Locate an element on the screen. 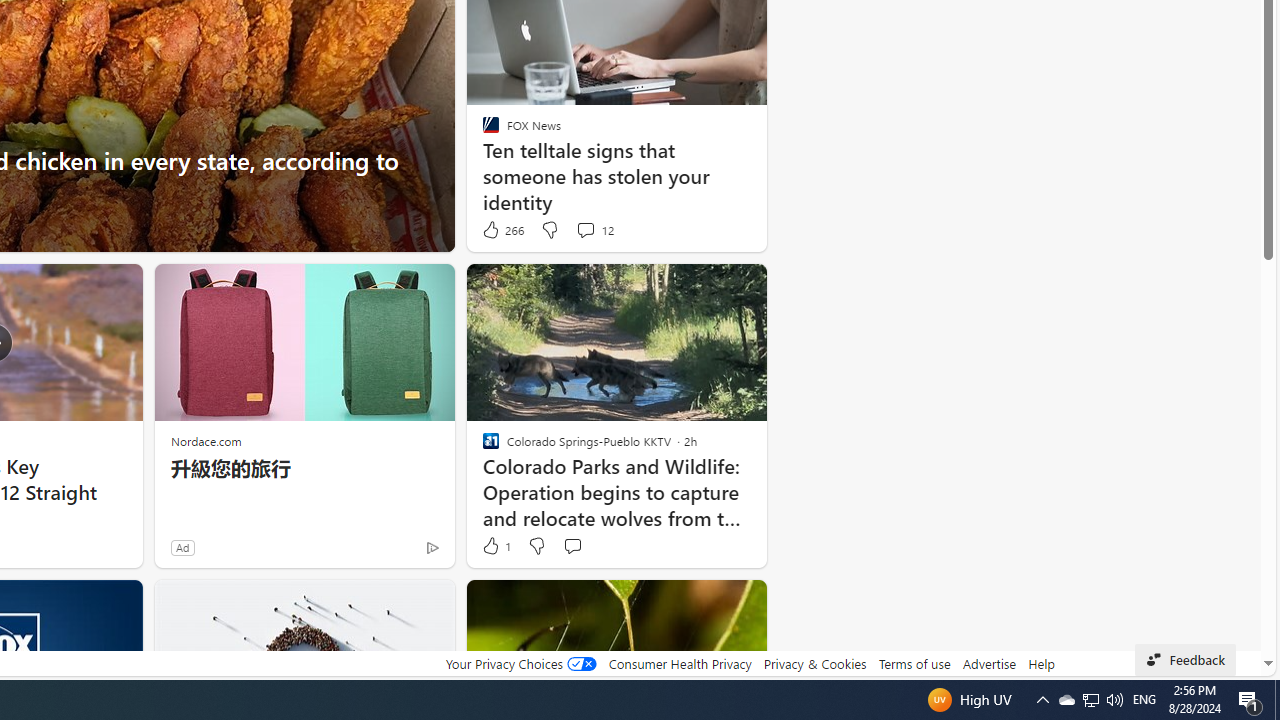 The width and height of the screenshot is (1280, 720). 'Your Privacy Choices' is located at coordinates (520, 663).